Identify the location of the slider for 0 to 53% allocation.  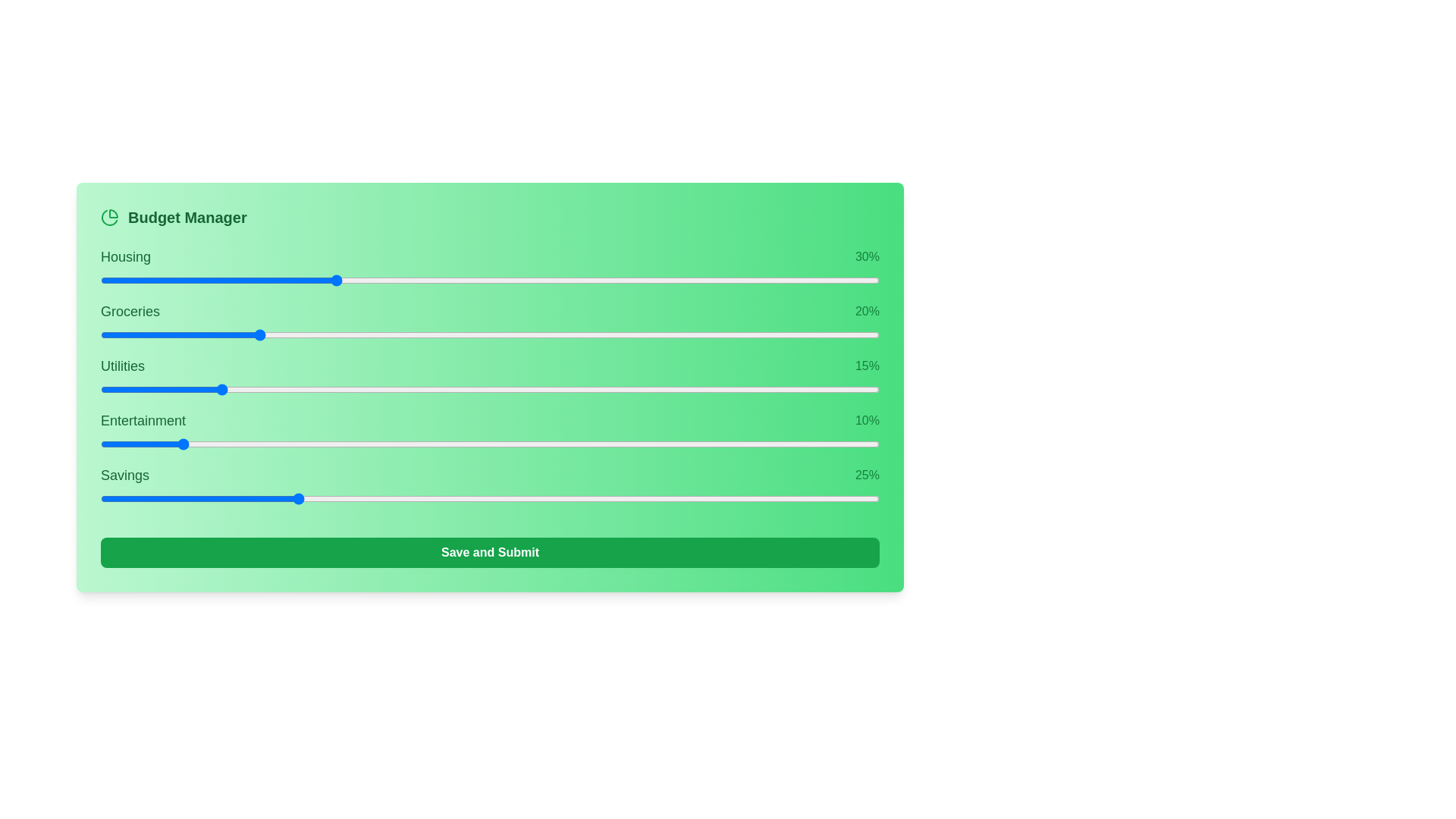
(695, 281).